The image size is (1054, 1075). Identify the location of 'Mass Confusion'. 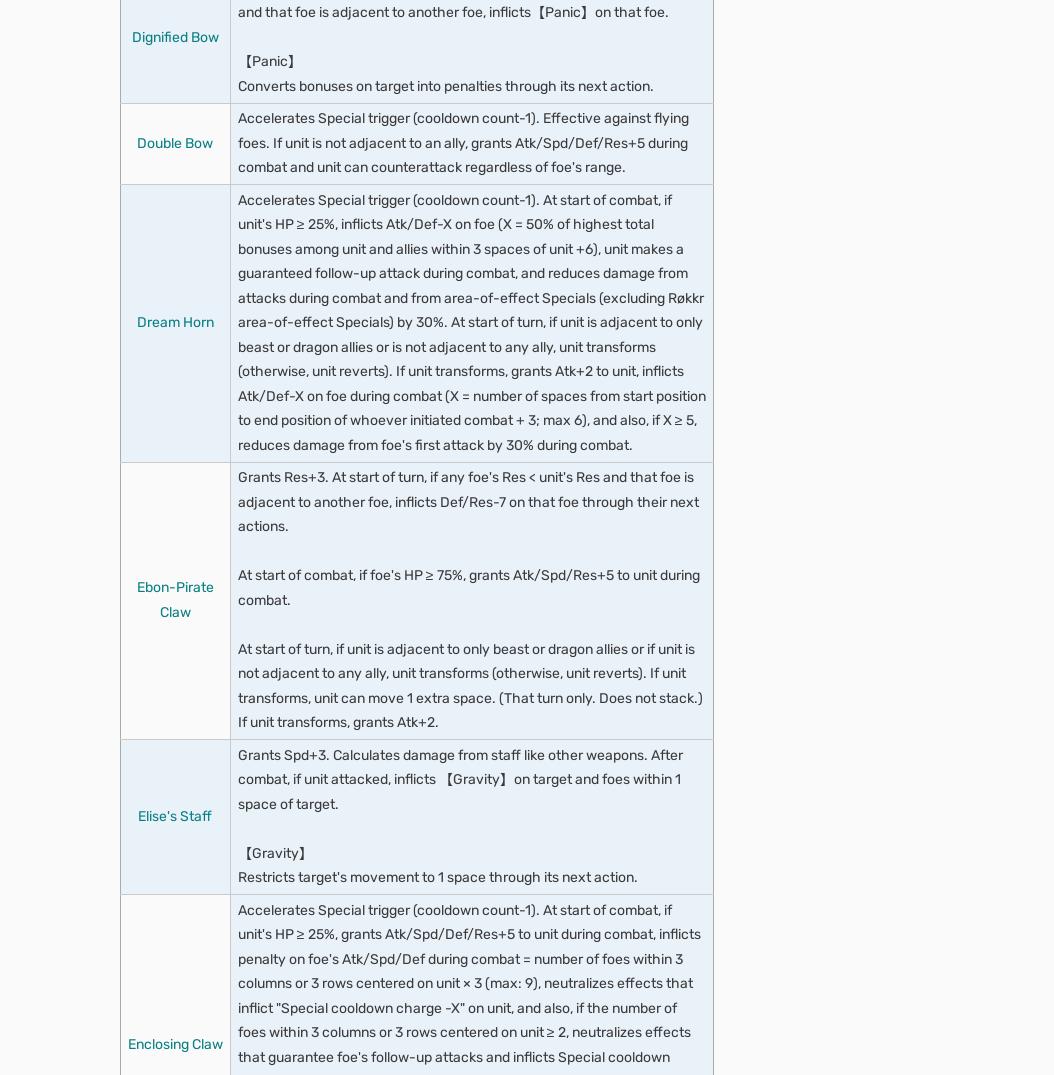
(211, 713).